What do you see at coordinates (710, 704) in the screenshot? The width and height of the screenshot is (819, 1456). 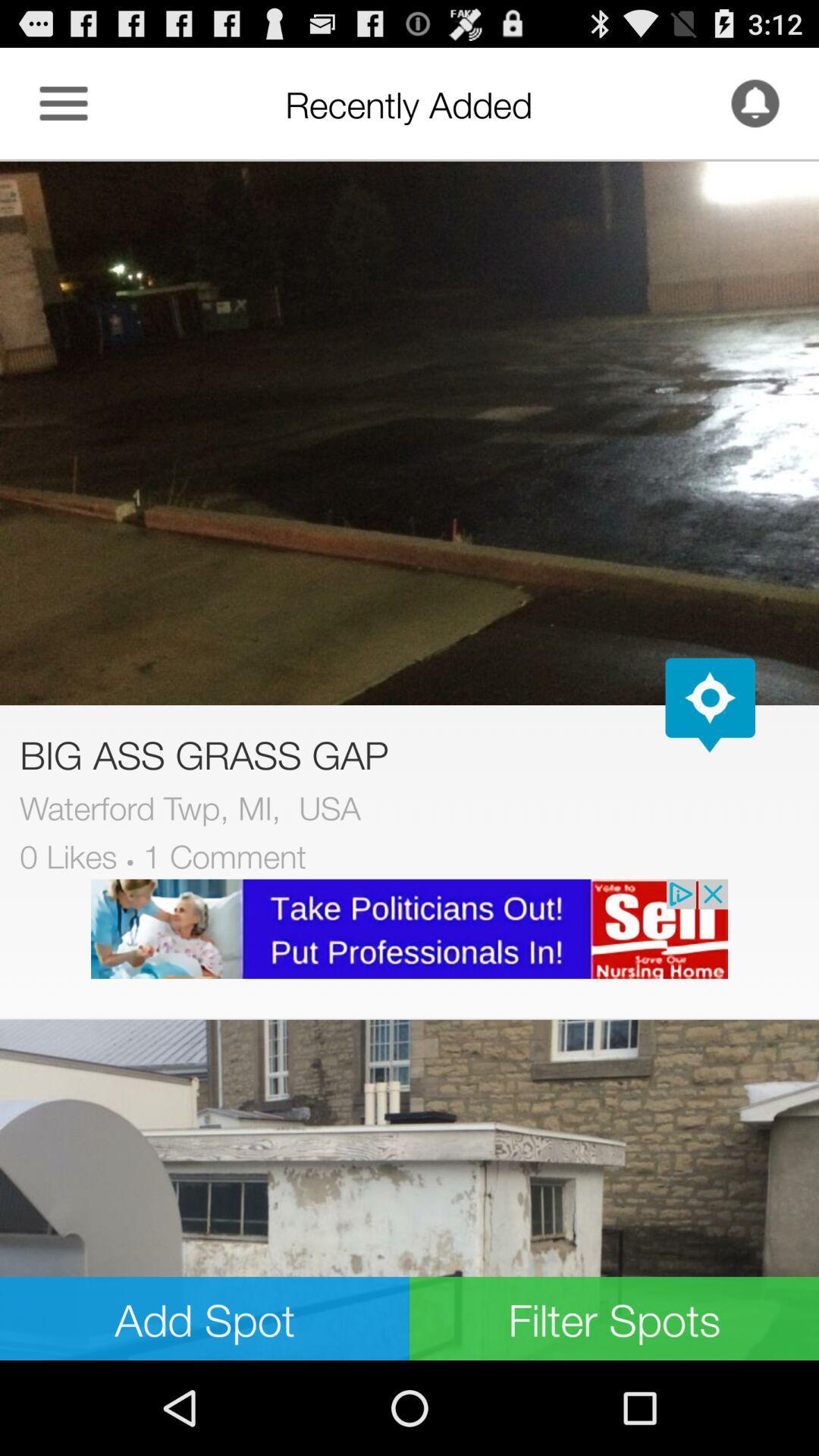 I see `location` at bounding box center [710, 704].